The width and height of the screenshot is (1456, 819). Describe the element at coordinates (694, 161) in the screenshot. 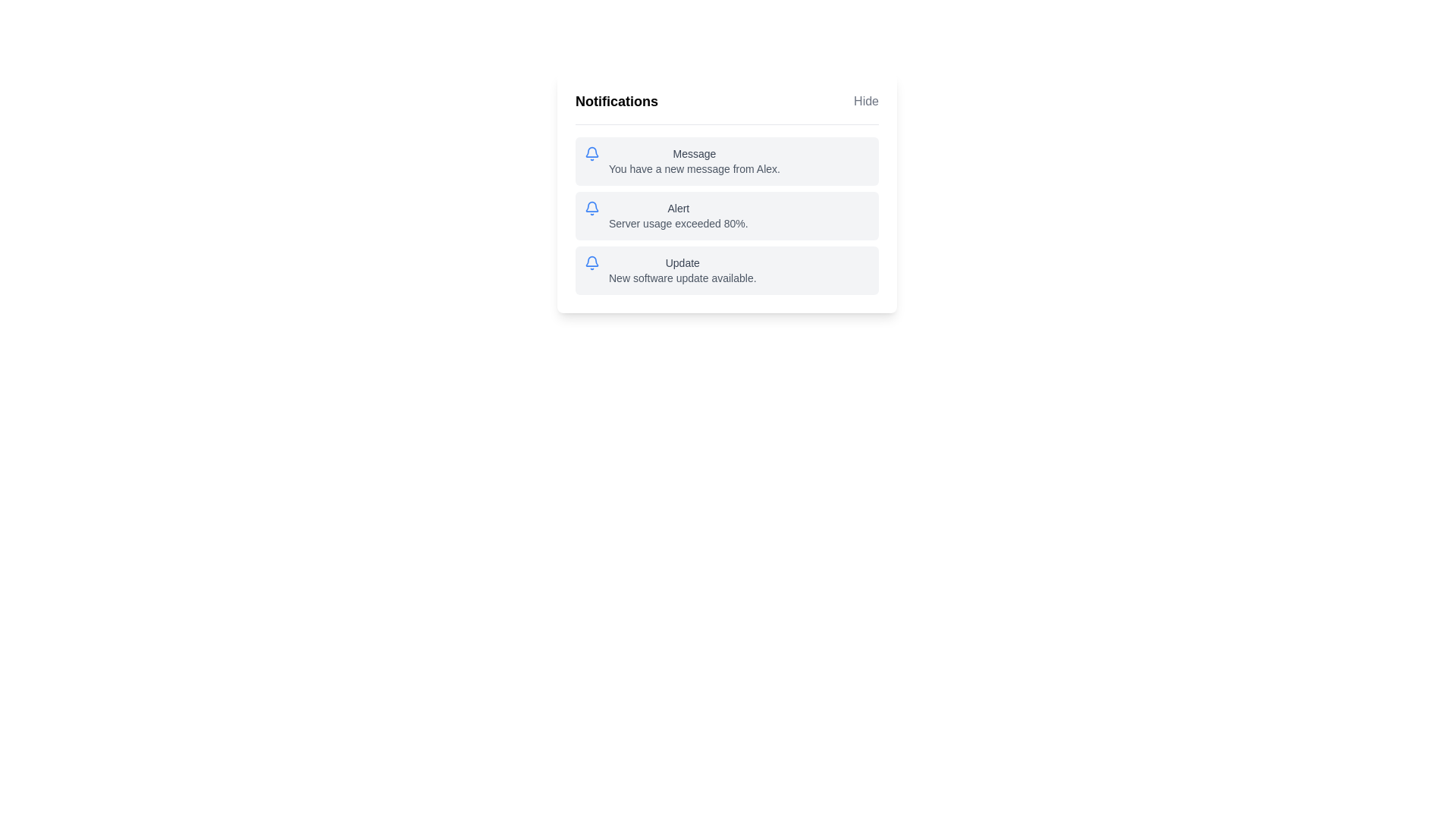

I see `text of the notification about a new message received from 'Alex' located in the topmost position of the notifications list` at that location.